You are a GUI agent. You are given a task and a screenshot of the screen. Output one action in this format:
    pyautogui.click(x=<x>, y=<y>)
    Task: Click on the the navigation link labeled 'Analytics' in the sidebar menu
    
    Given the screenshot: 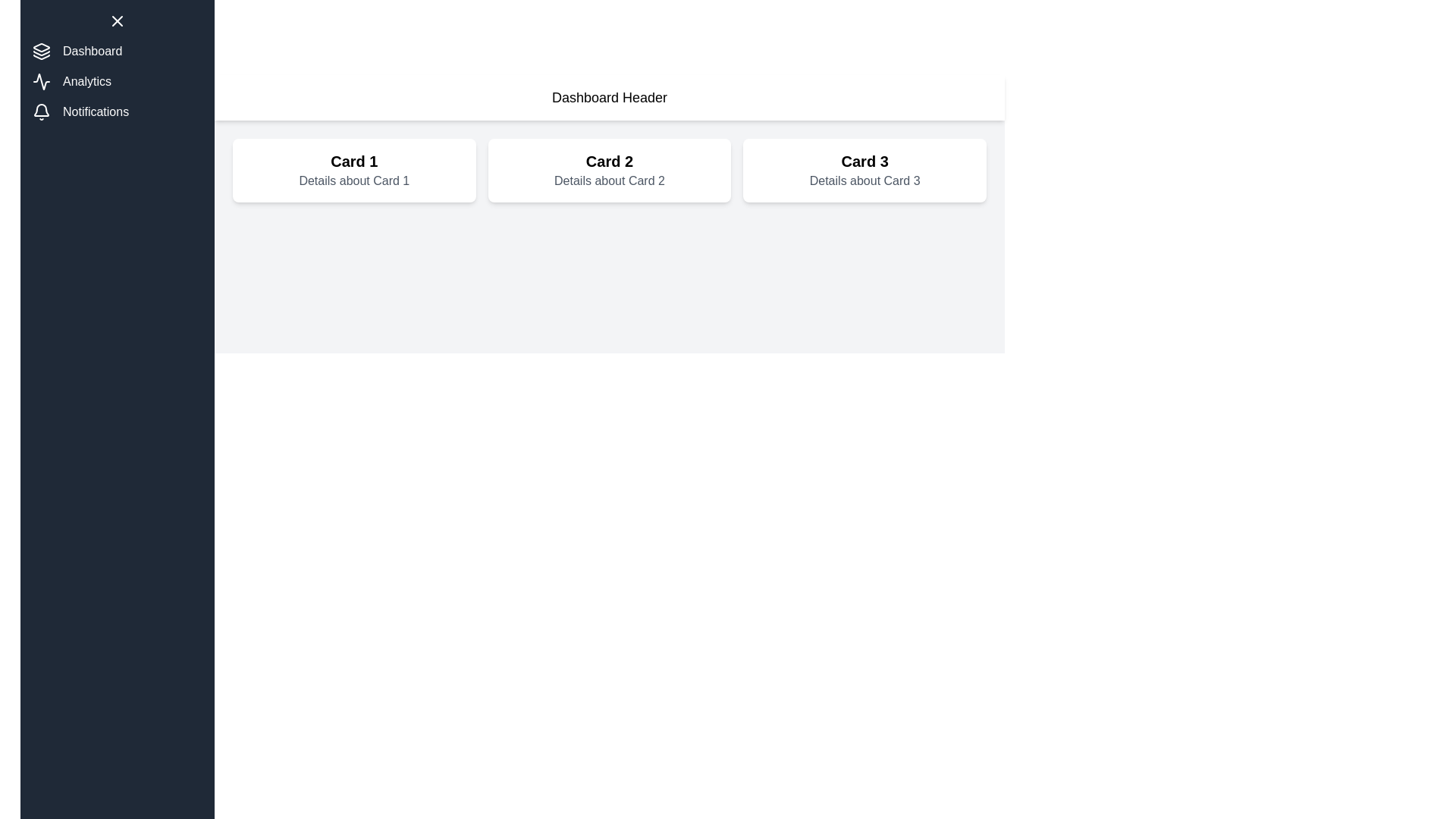 What is the action you would take?
    pyautogui.click(x=116, y=82)
    